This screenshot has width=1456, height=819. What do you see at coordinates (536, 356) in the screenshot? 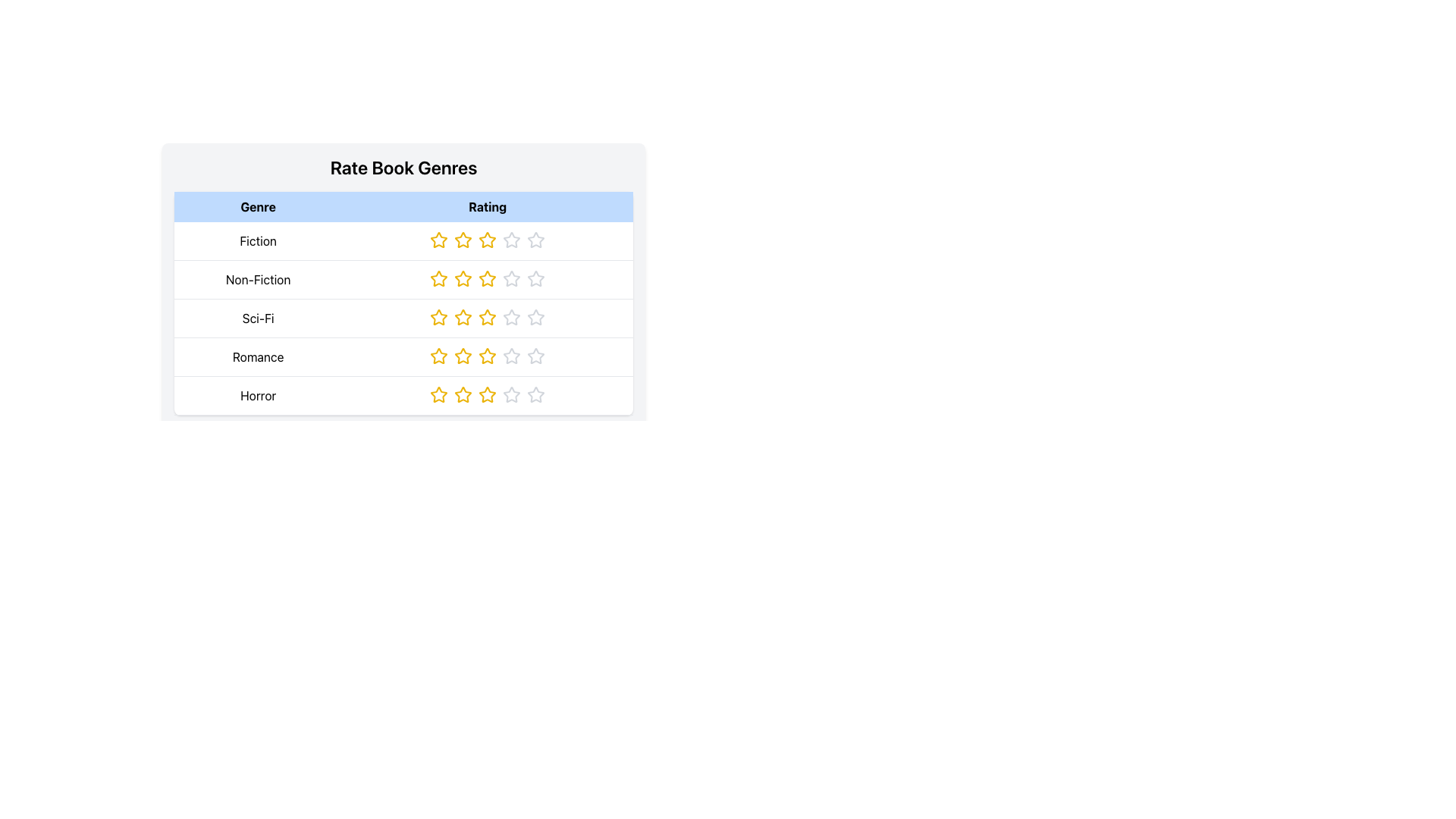
I see `the fourth star in the 'Rating' column of the 'Romance' row in the star-rating UI element` at bounding box center [536, 356].